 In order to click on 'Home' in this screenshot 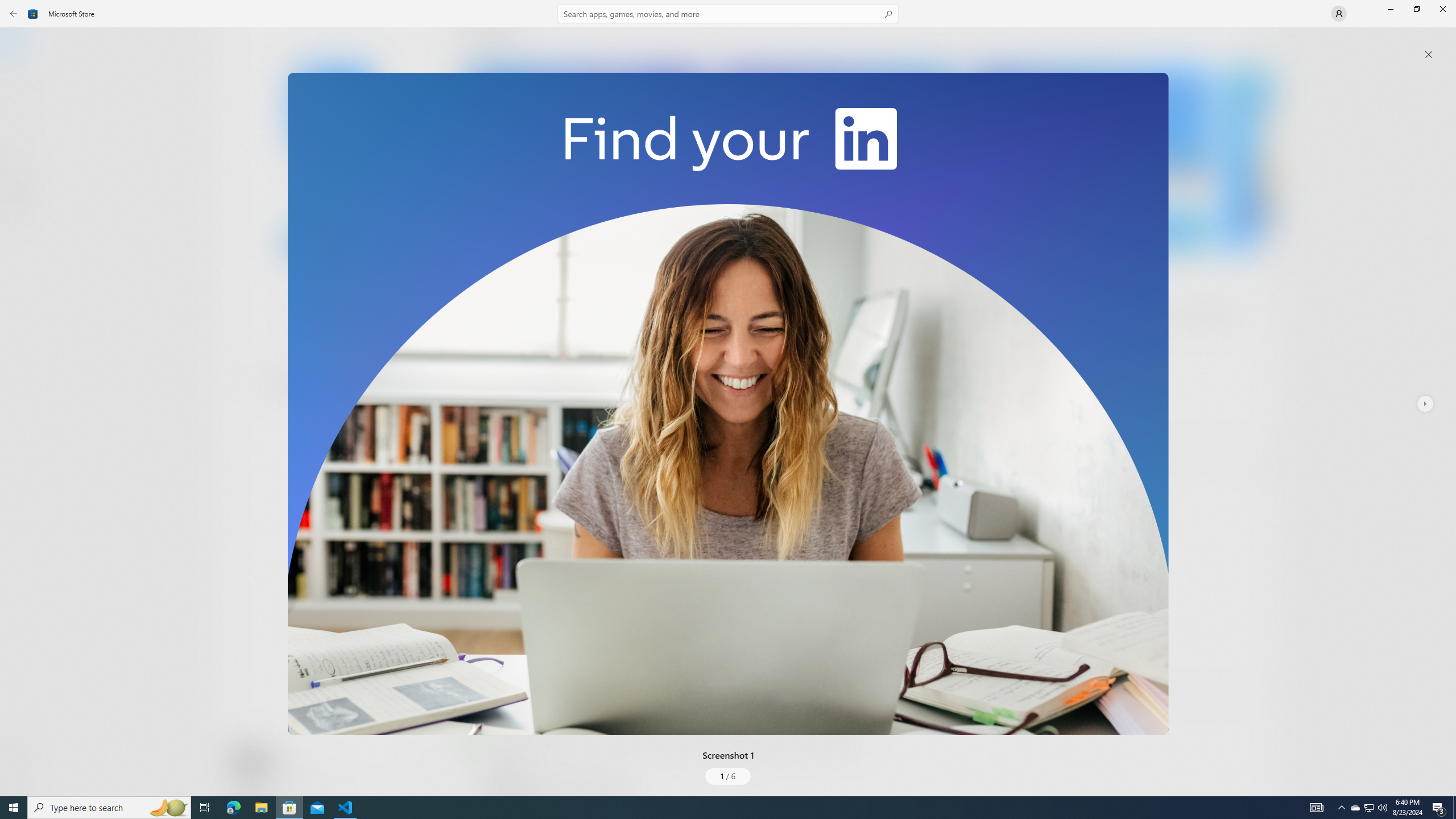, I will do `click(19, 44)`.